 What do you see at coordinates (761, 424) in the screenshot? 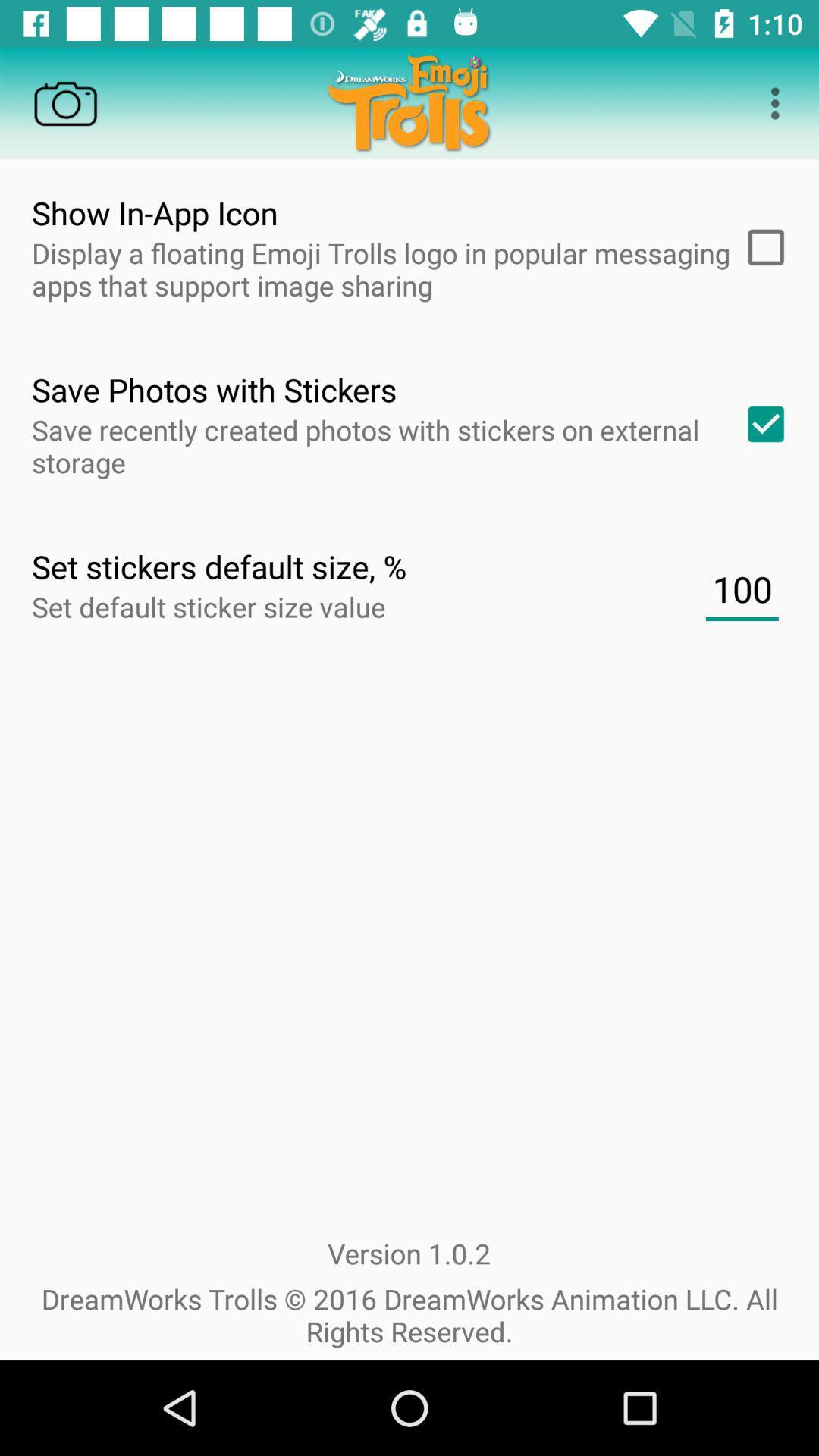
I see `the icon to the right of save recently created item` at bounding box center [761, 424].